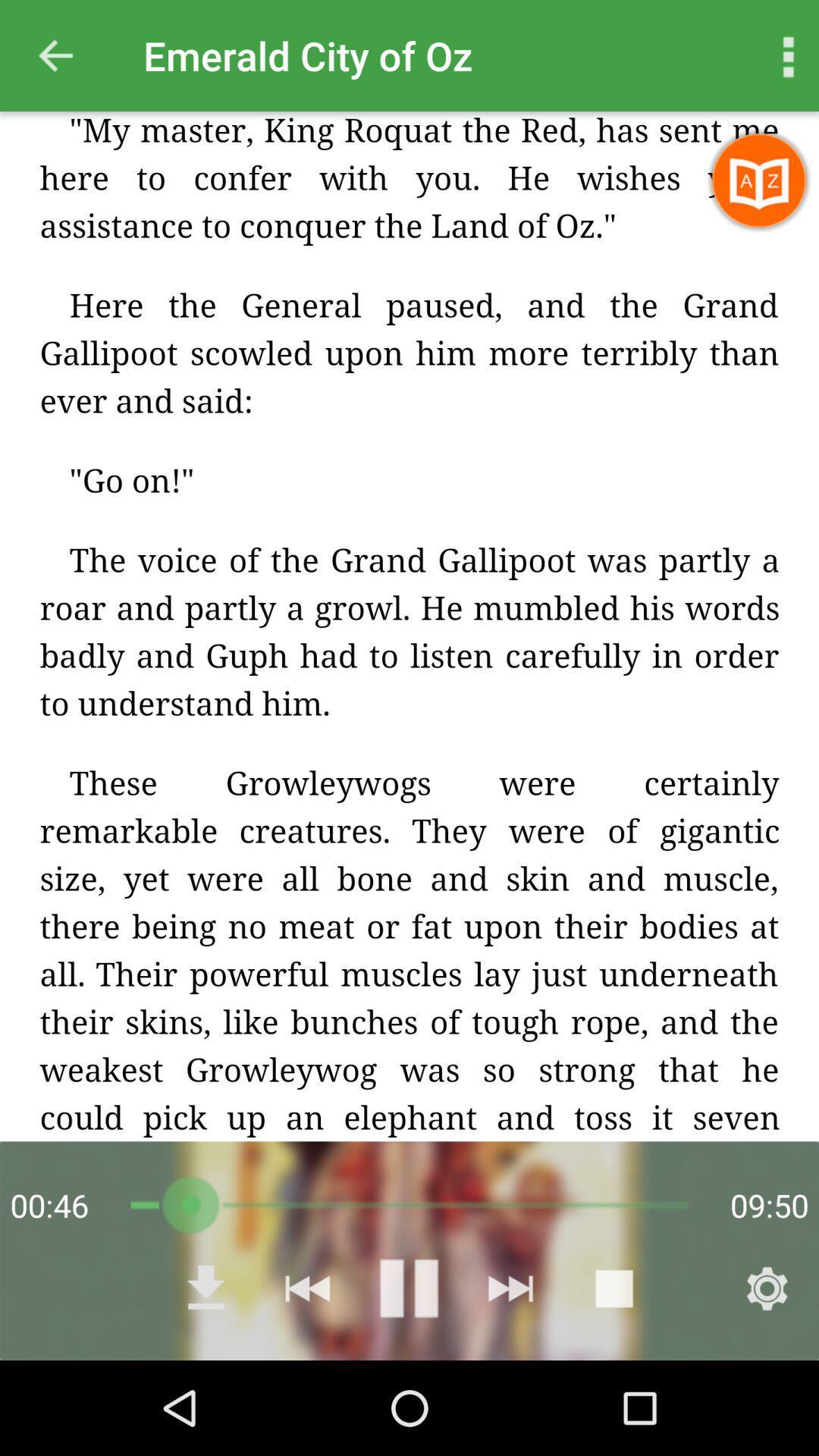 This screenshot has width=819, height=1456. Describe the element at coordinates (767, 1288) in the screenshot. I see `the settings icon` at that location.